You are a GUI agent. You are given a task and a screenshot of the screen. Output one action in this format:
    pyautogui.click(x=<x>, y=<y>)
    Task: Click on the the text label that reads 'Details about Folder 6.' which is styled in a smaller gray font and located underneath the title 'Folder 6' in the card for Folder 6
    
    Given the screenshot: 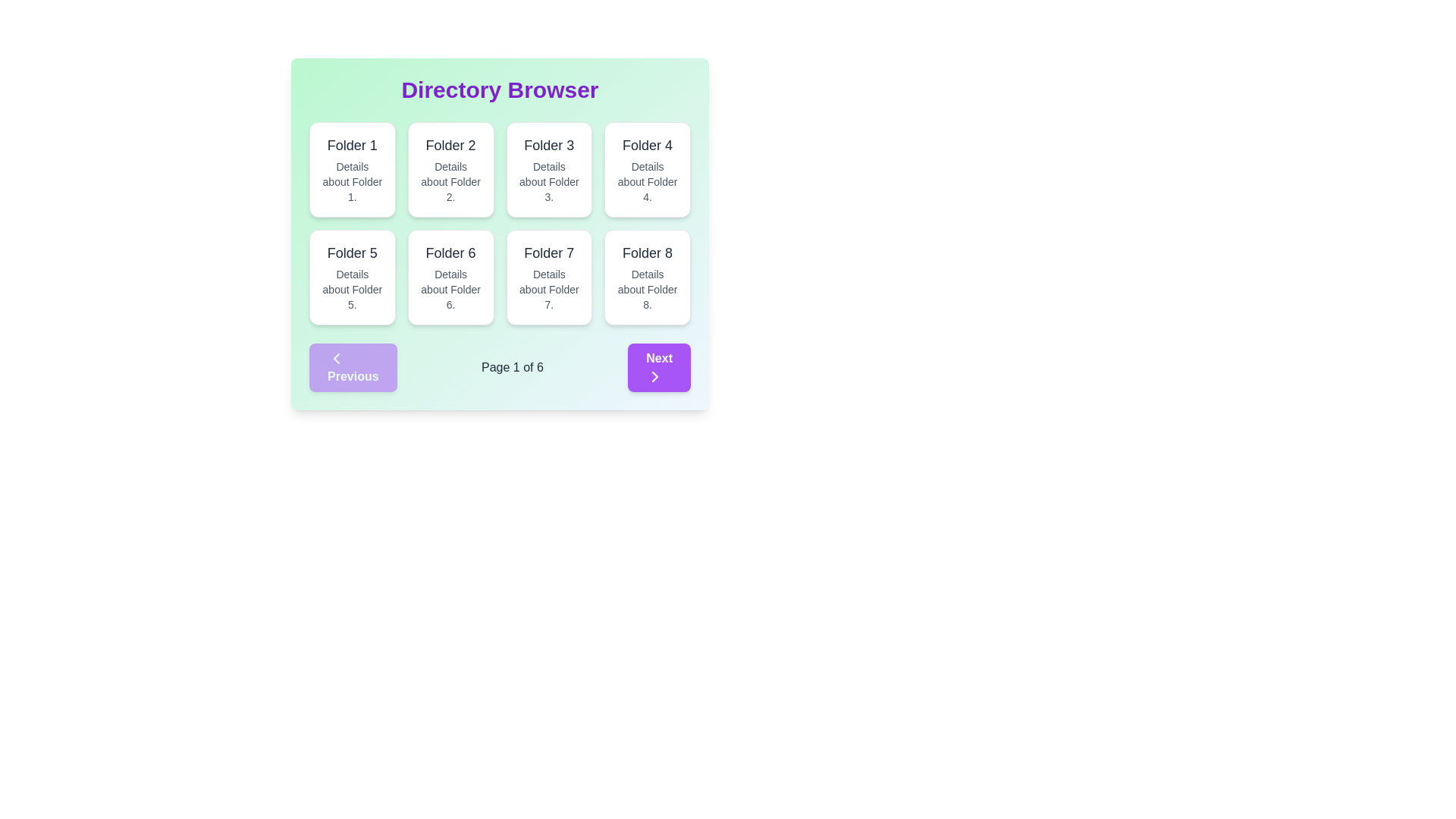 What is the action you would take?
    pyautogui.click(x=450, y=289)
    